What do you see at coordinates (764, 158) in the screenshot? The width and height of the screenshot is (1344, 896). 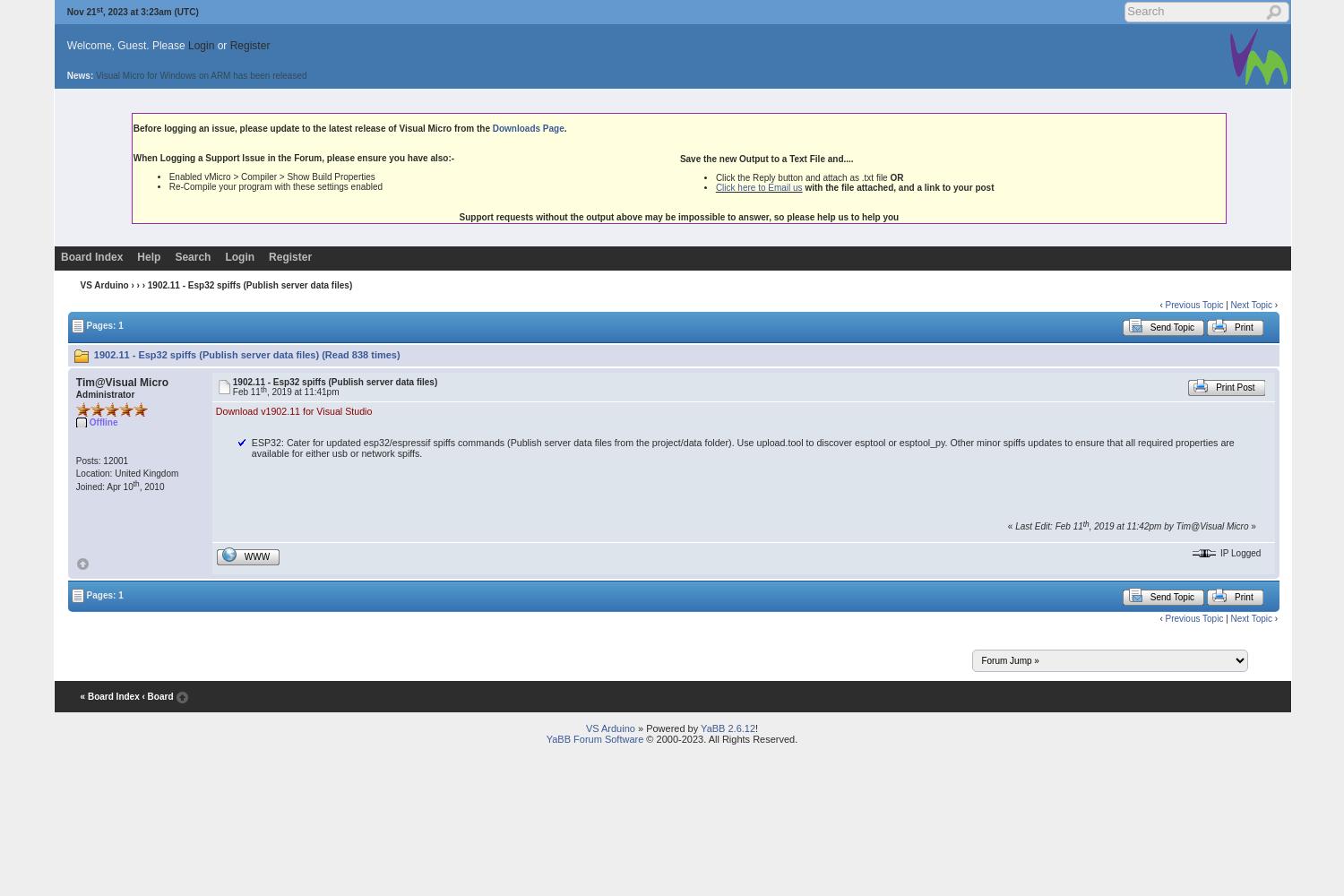 I see `'Save the new Output to a Text File and....'` at bounding box center [764, 158].